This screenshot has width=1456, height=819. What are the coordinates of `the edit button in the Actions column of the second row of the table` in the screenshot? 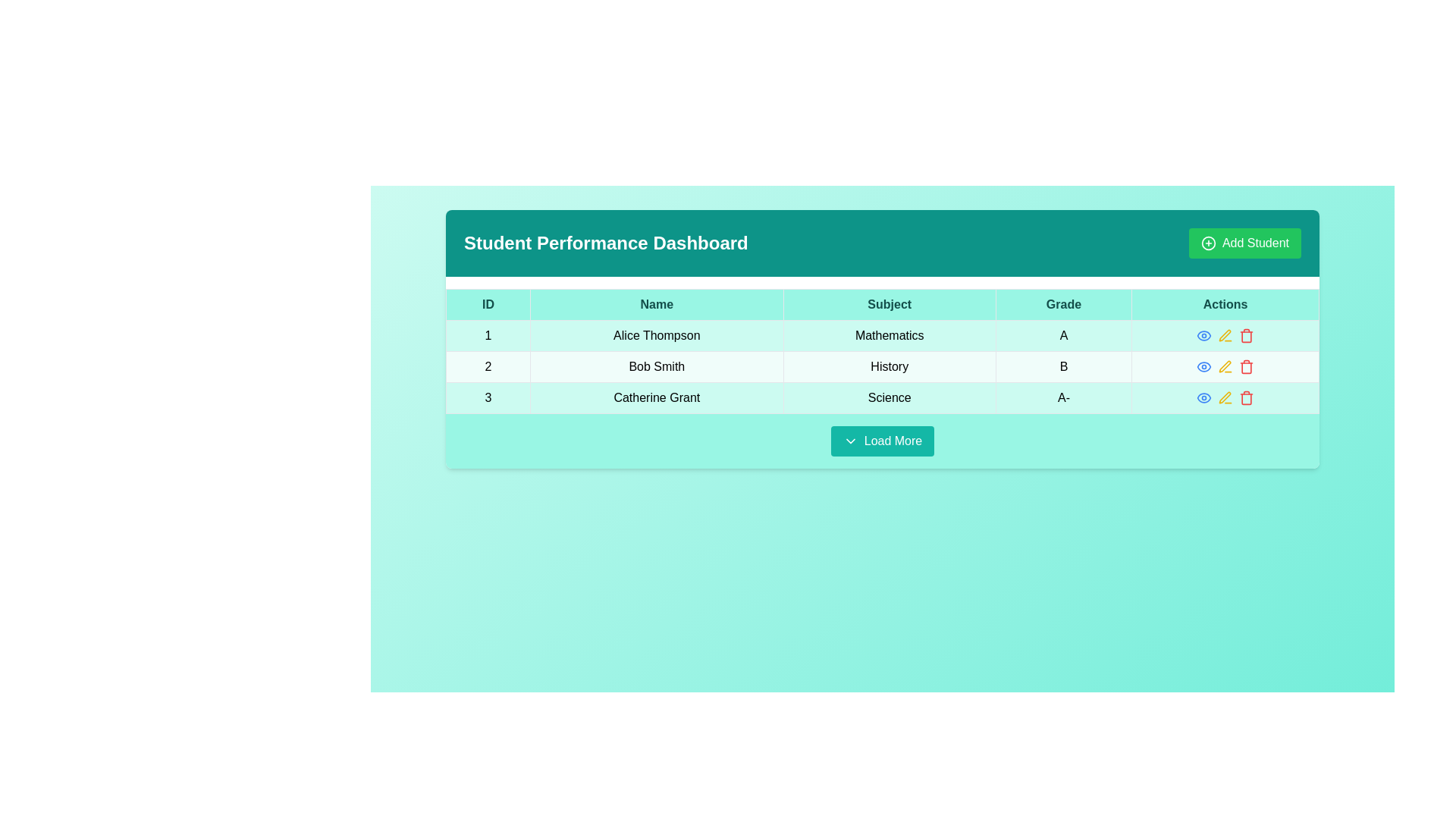 It's located at (1225, 366).